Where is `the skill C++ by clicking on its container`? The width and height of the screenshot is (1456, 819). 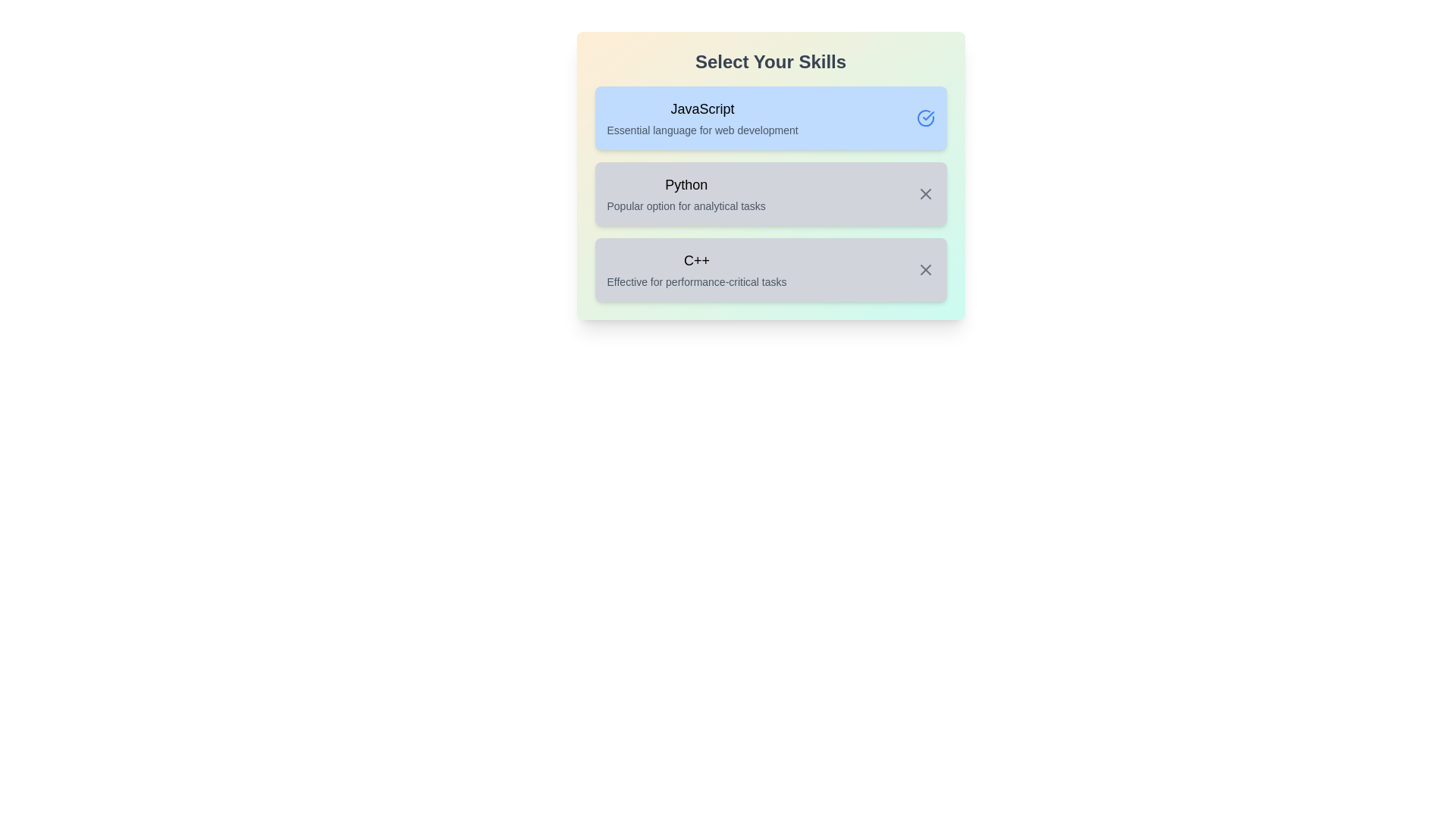
the skill C++ by clicking on its container is located at coordinates (770, 268).